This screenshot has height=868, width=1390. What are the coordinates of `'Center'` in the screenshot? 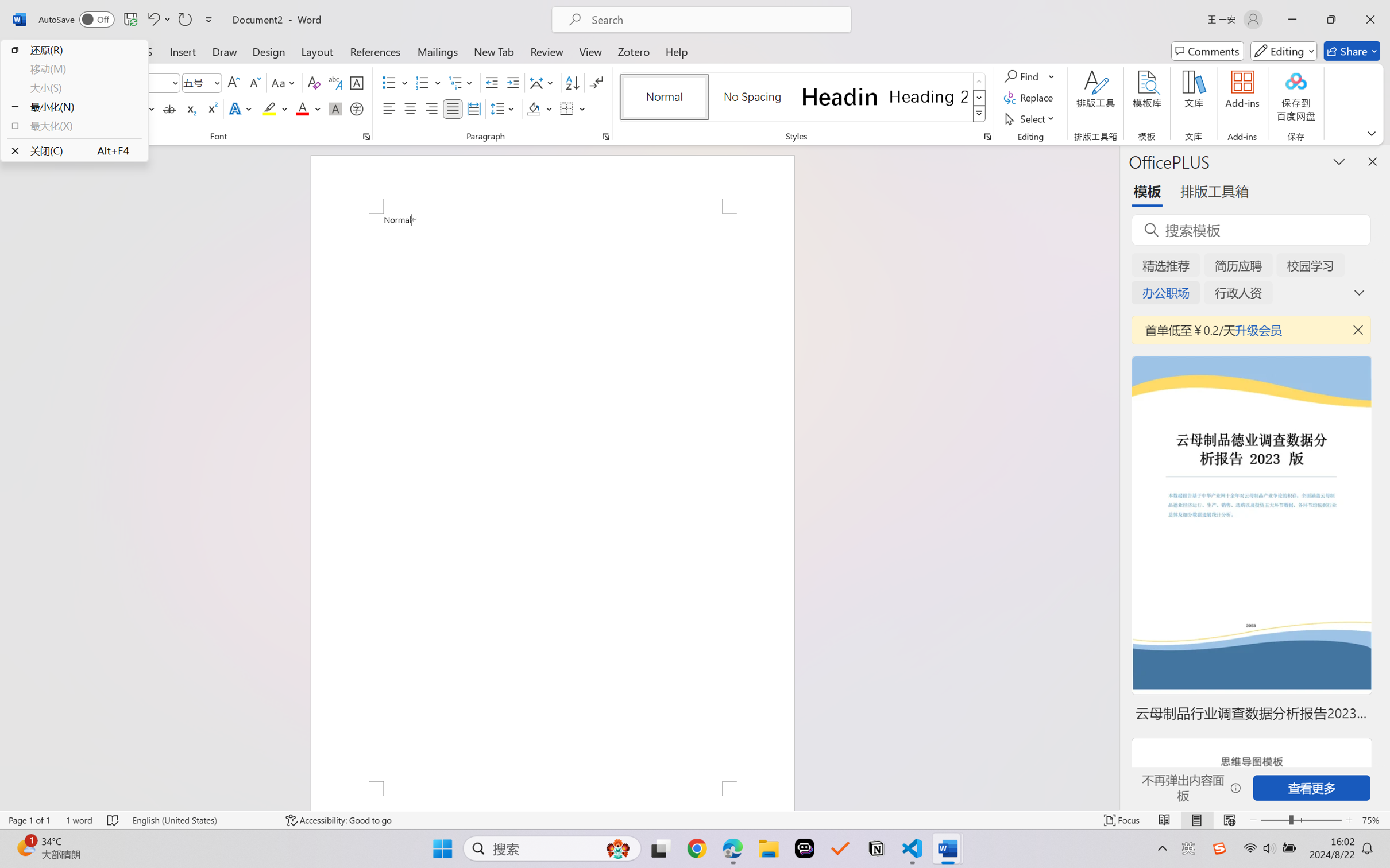 It's located at (410, 108).